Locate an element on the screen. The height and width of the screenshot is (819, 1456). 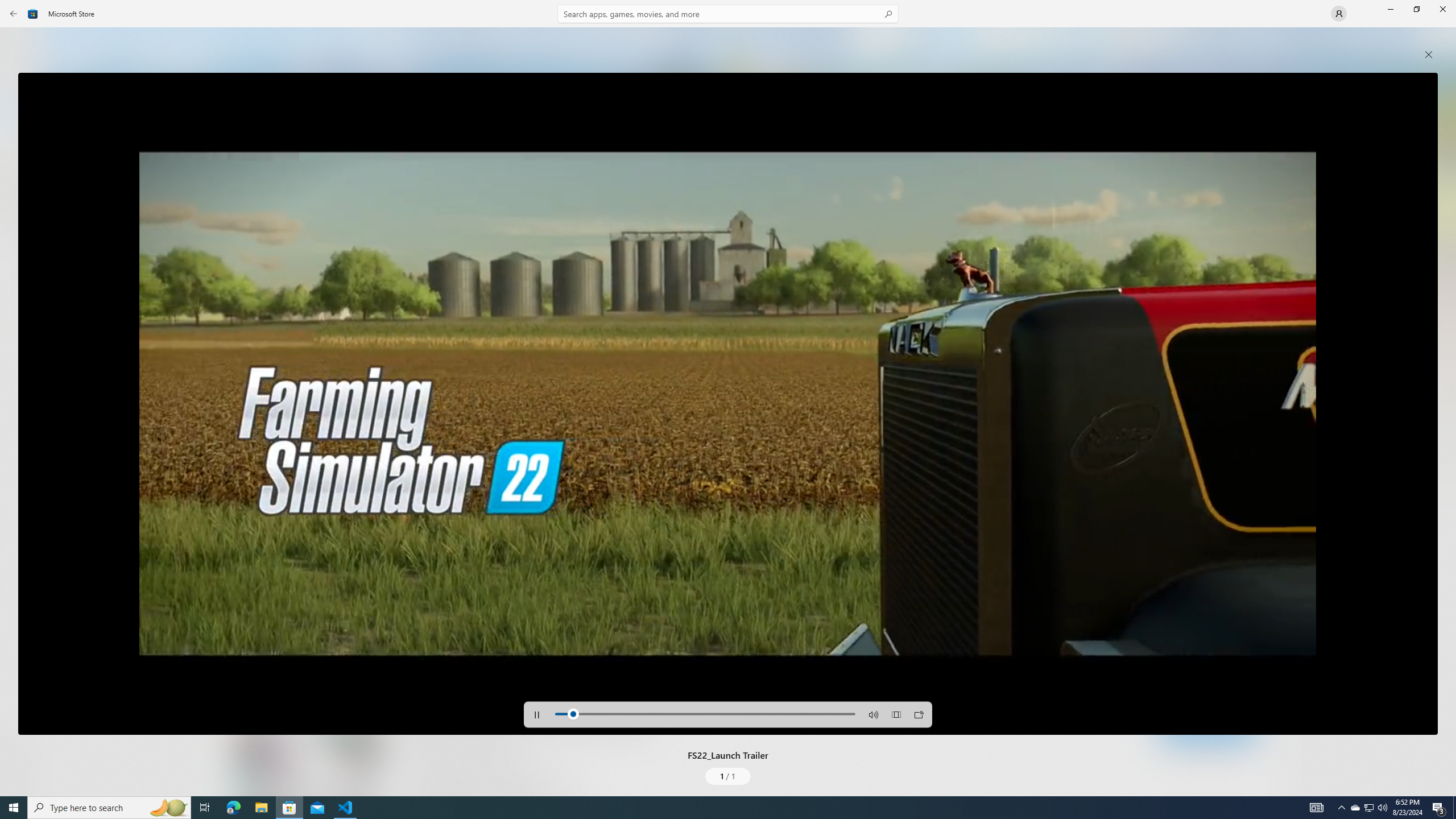
'Restore Microsoft Store' is located at coordinates (1416, 9).